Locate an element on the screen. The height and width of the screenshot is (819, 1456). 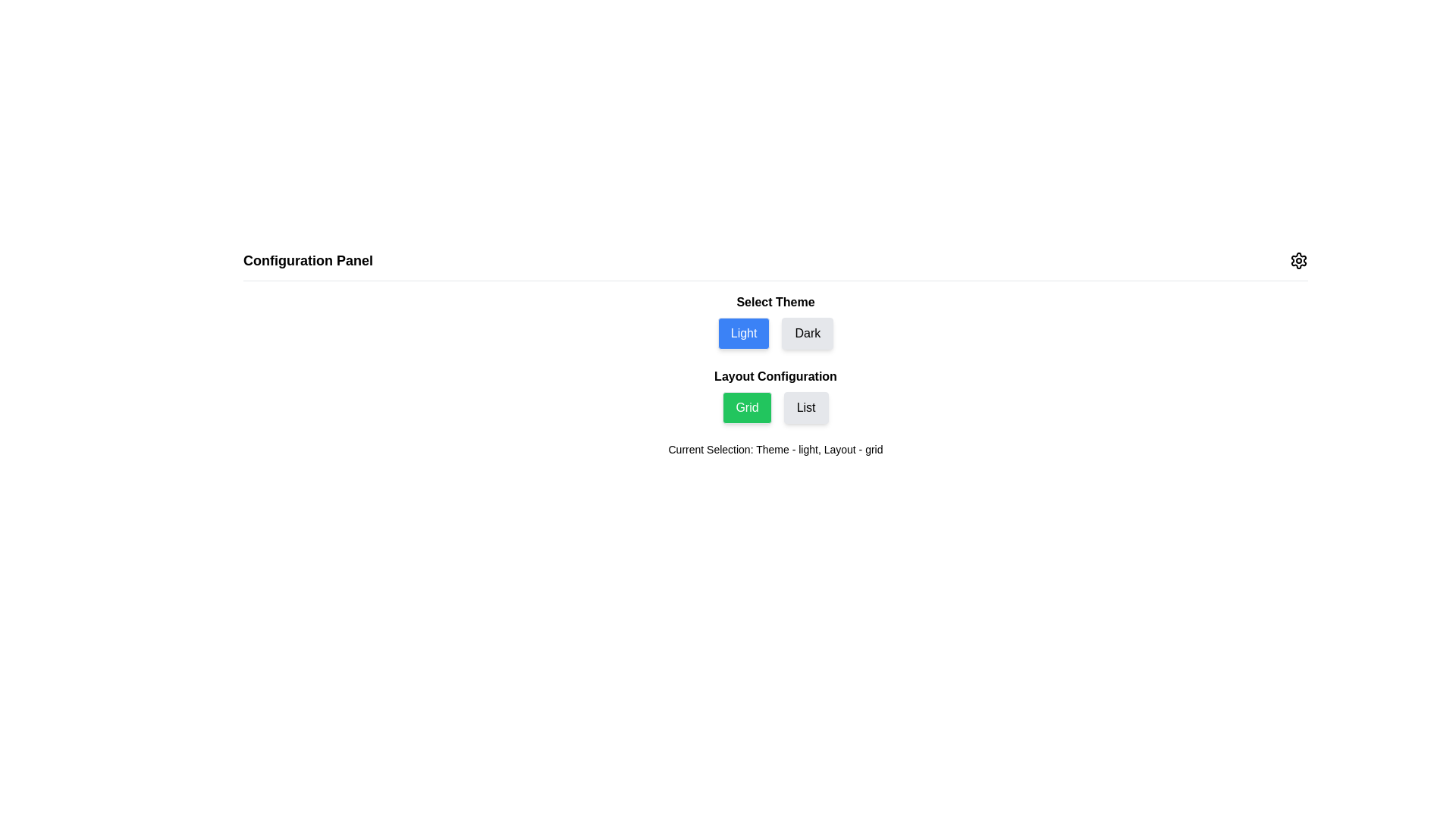
the rectangular green button labeled 'Grid' in the 'Layout Configuration' section is located at coordinates (747, 406).